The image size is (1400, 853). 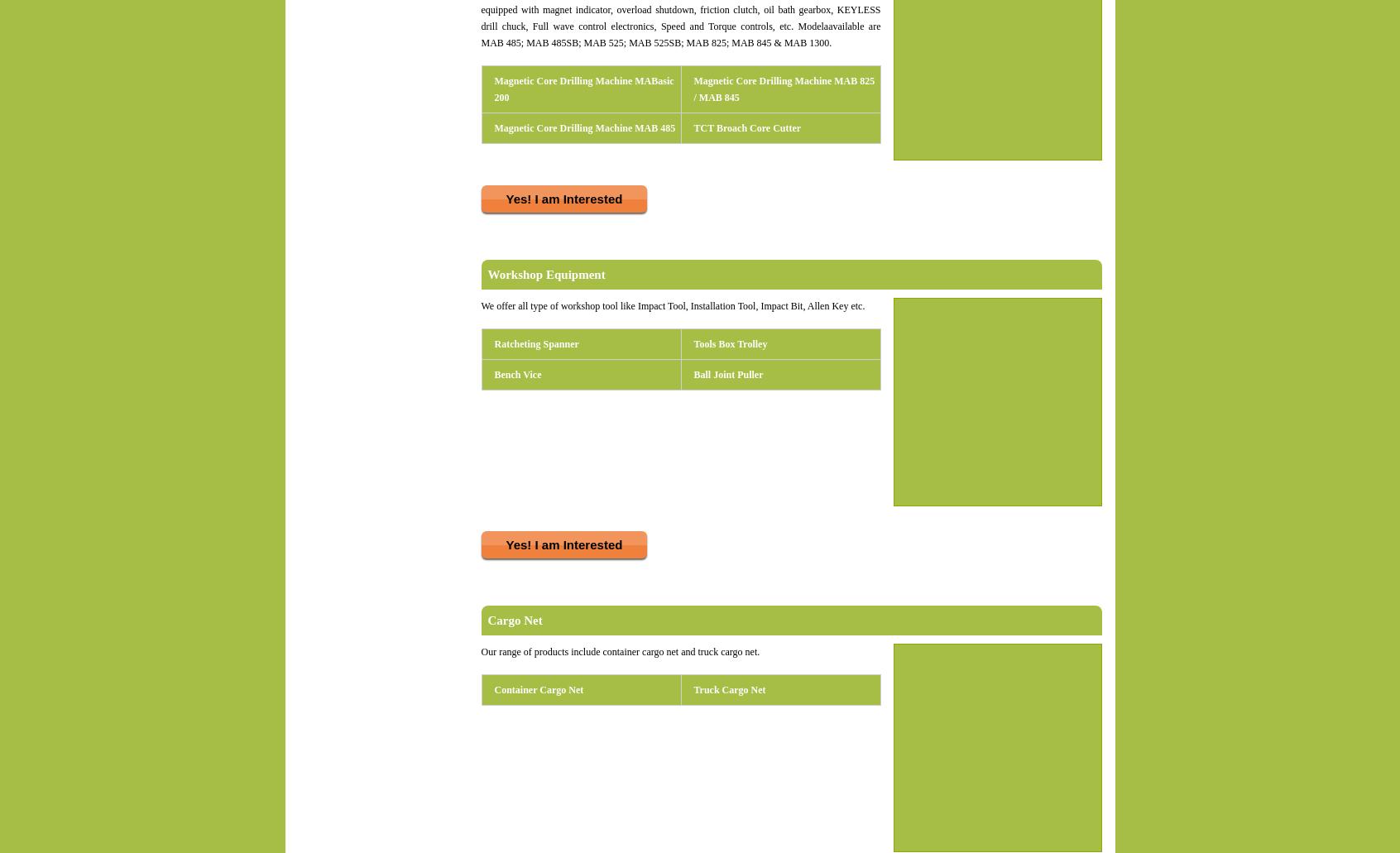 What do you see at coordinates (728, 689) in the screenshot?
I see `'Truck Cargo Net'` at bounding box center [728, 689].